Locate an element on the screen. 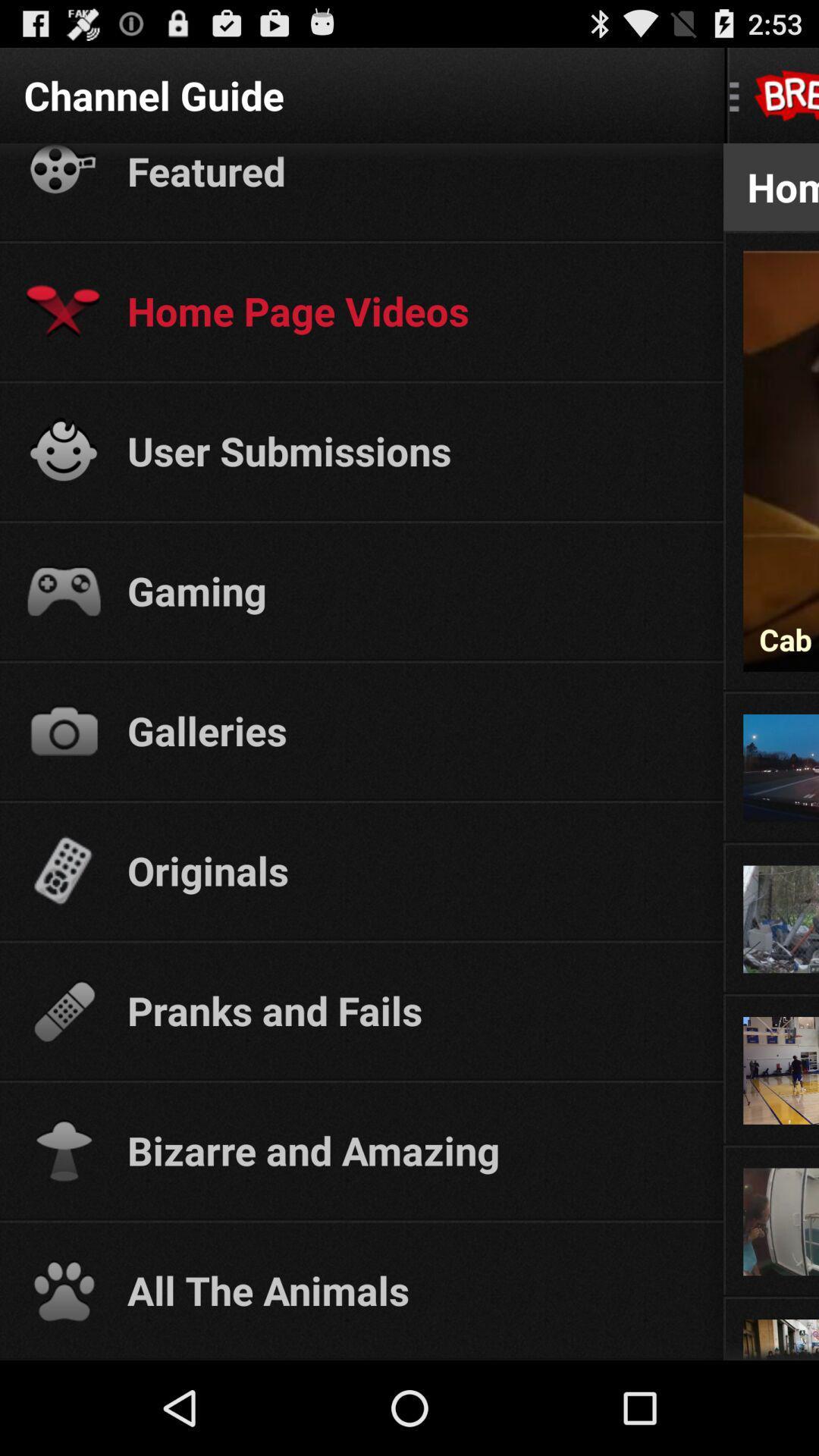  item next to the all the animals item is located at coordinates (771, 1294).